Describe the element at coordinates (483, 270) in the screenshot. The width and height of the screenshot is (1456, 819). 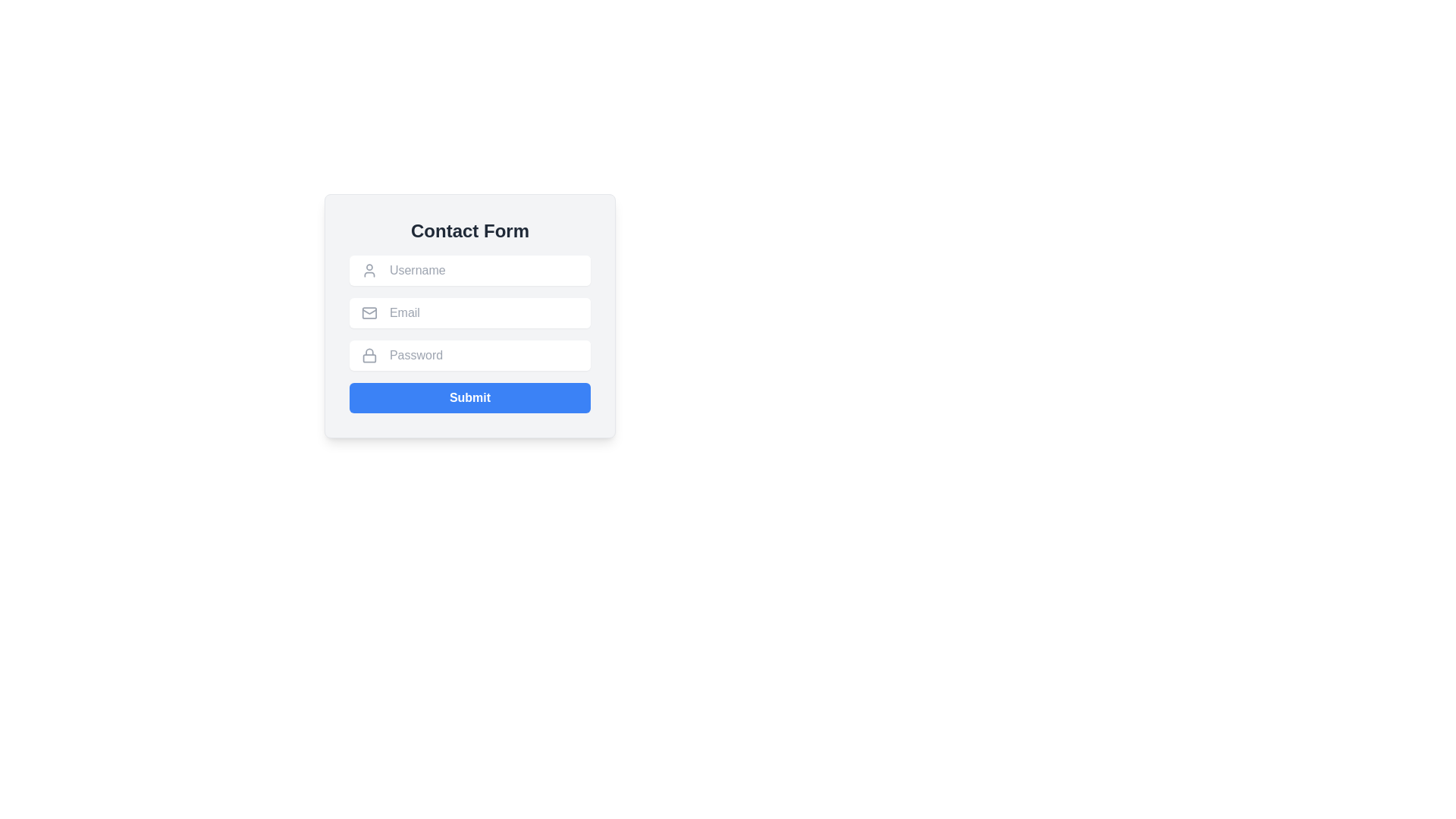
I see `the username input field in the 'Contact Form' to focus on it` at that location.